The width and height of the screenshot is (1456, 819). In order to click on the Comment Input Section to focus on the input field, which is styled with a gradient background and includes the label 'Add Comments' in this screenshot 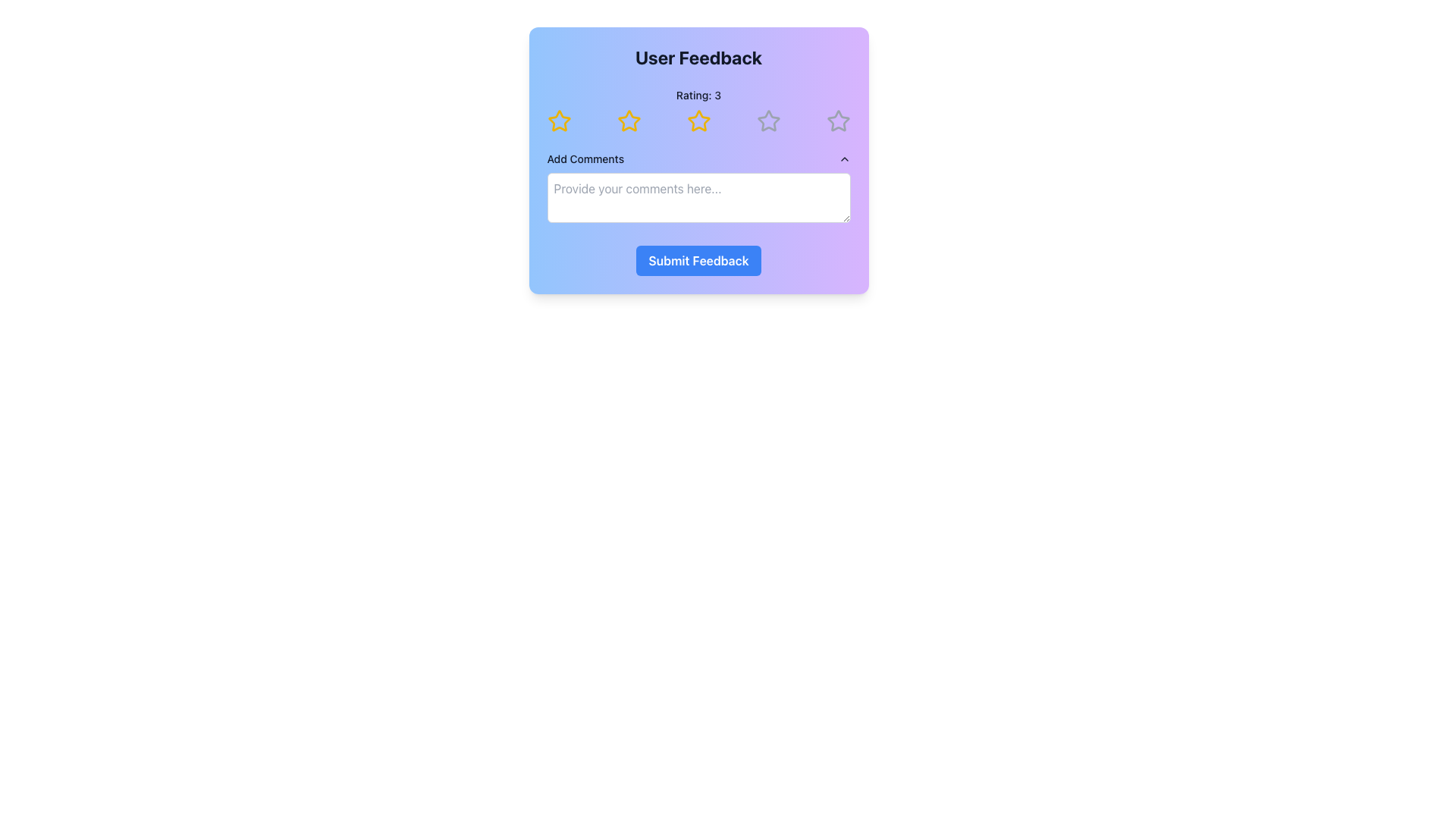, I will do `click(698, 189)`.